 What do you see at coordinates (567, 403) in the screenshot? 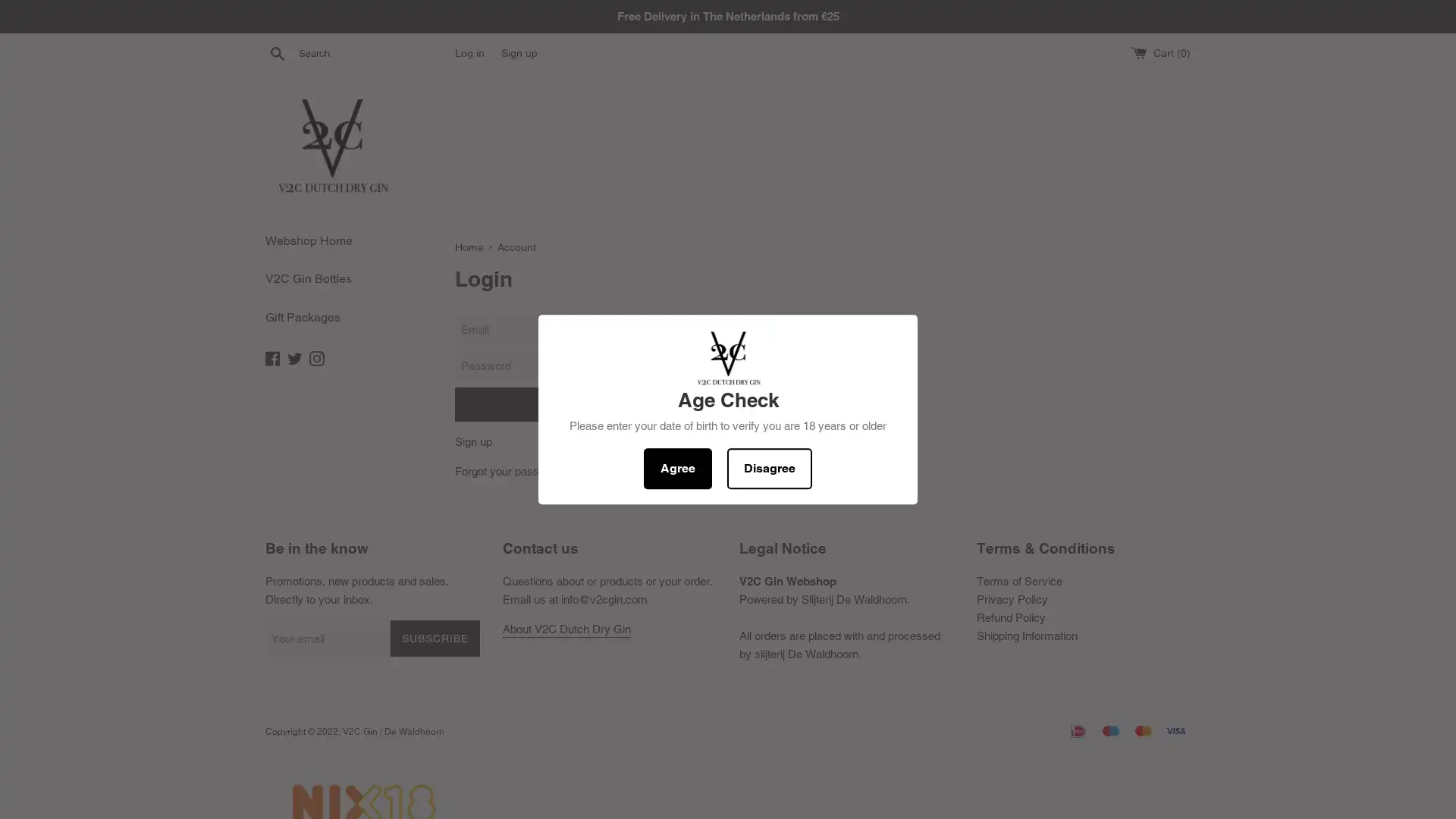
I see `Sign In` at bounding box center [567, 403].